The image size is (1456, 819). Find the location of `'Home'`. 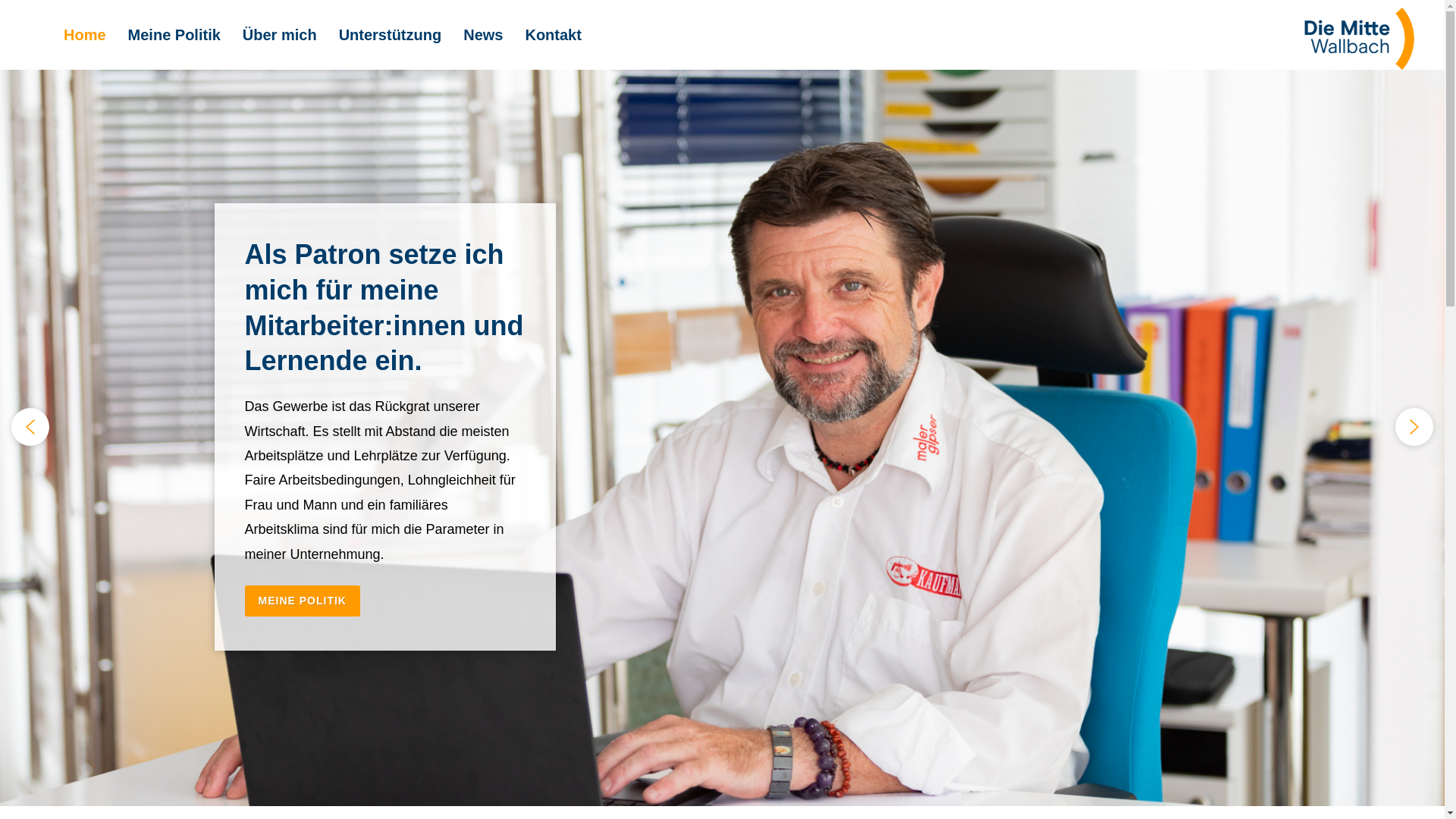

'Home' is located at coordinates (83, 34).